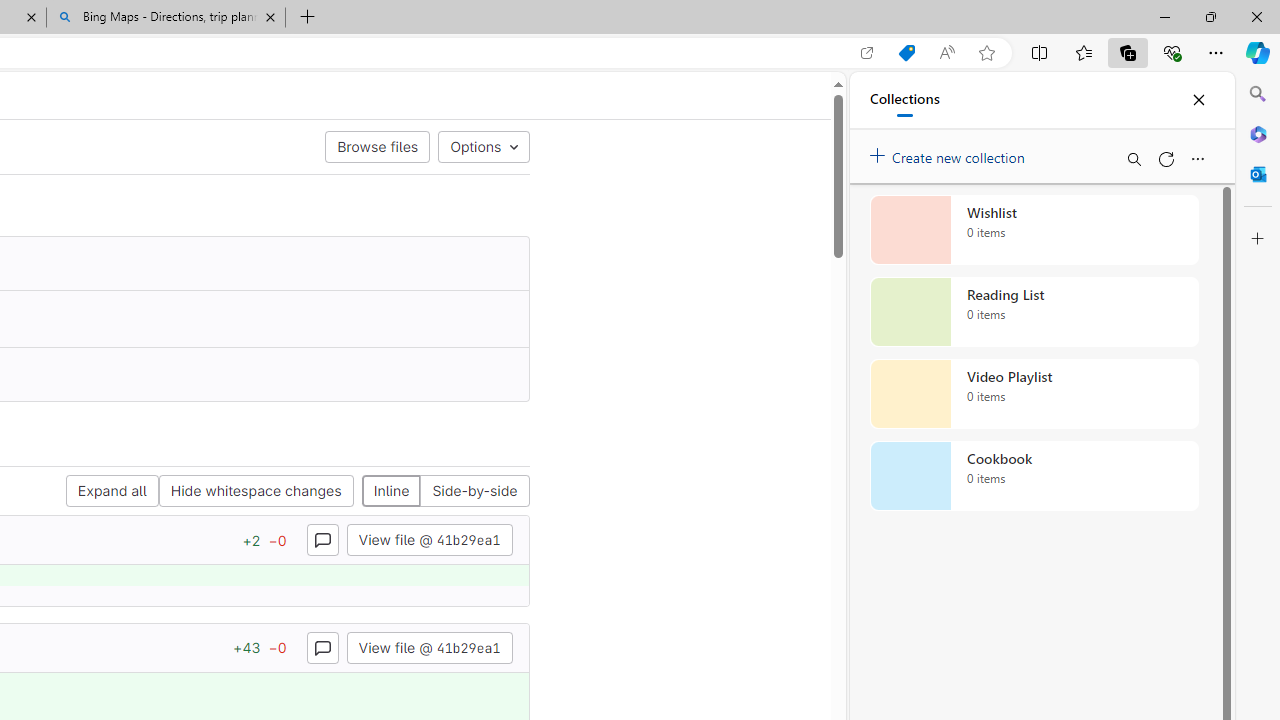  Describe the element at coordinates (111, 491) in the screenshot. I see `'Expand all'` at that location.